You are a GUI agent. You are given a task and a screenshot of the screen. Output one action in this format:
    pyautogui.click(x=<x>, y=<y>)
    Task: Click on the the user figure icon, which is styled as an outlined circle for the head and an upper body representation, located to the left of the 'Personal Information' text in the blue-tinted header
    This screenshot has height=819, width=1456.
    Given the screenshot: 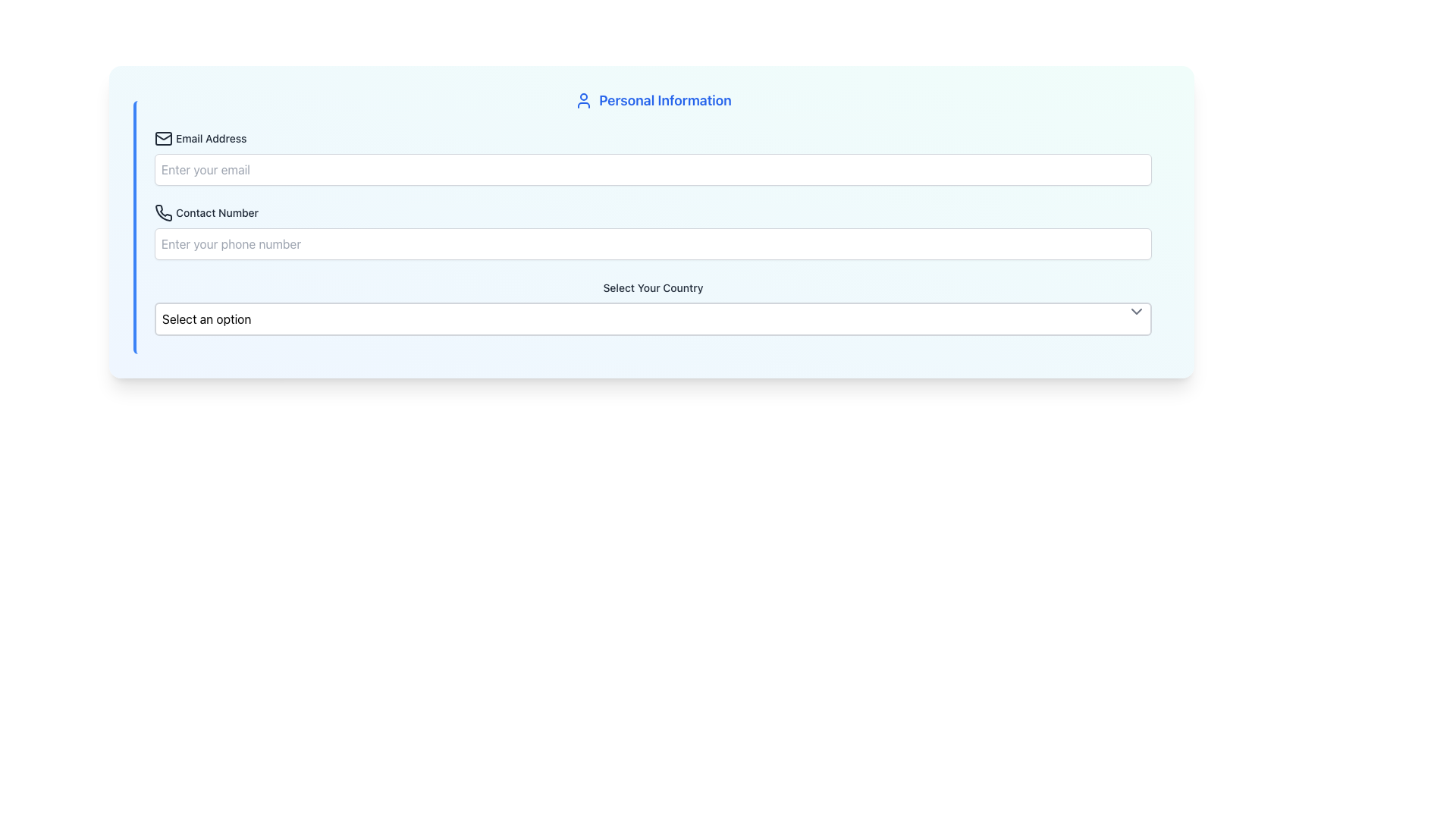 What is the action you would take?
    pyautogui.click(x=583, y=100)
    